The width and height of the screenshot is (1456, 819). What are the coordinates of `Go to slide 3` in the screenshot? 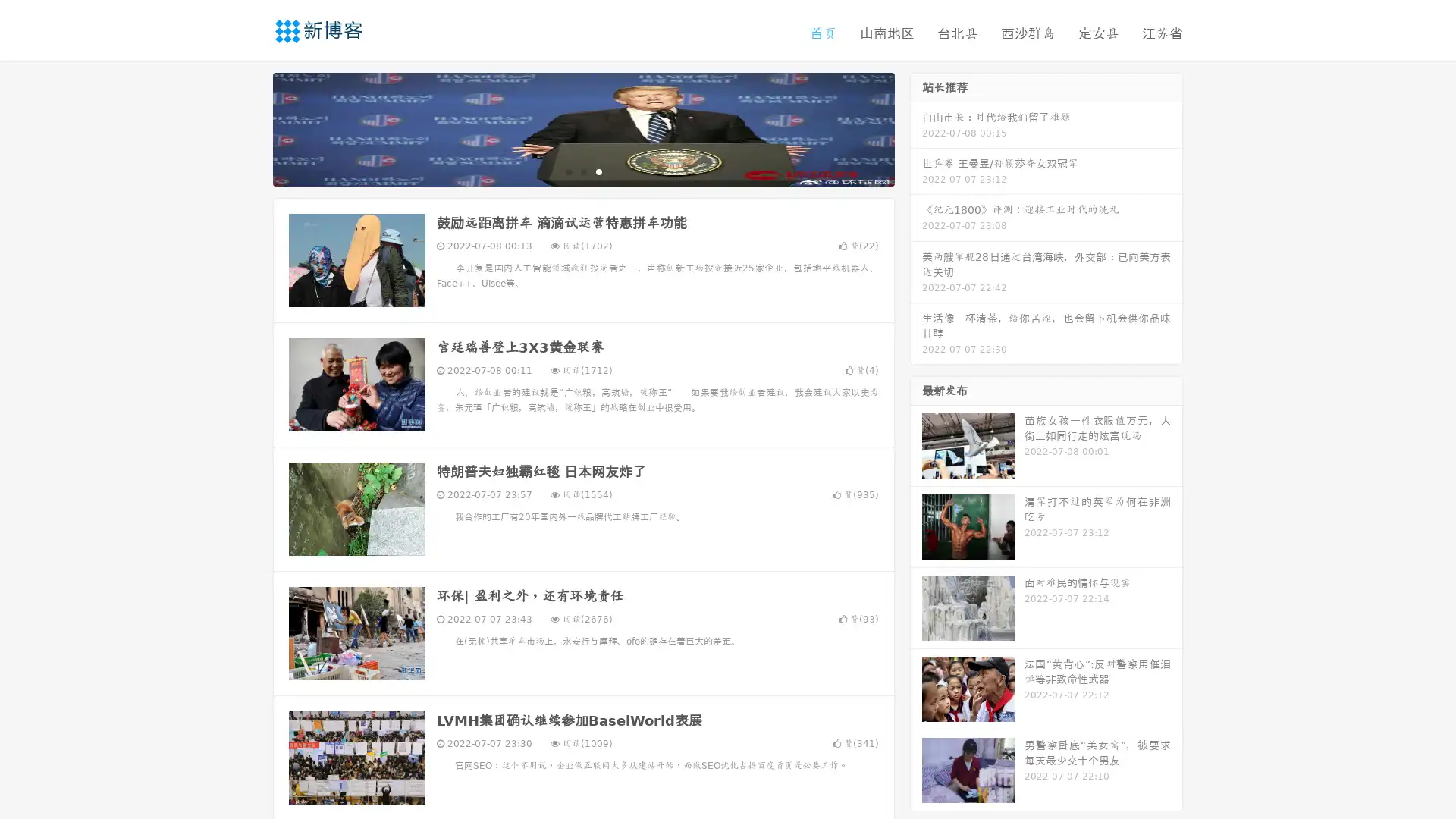 It's located at (598, 171).